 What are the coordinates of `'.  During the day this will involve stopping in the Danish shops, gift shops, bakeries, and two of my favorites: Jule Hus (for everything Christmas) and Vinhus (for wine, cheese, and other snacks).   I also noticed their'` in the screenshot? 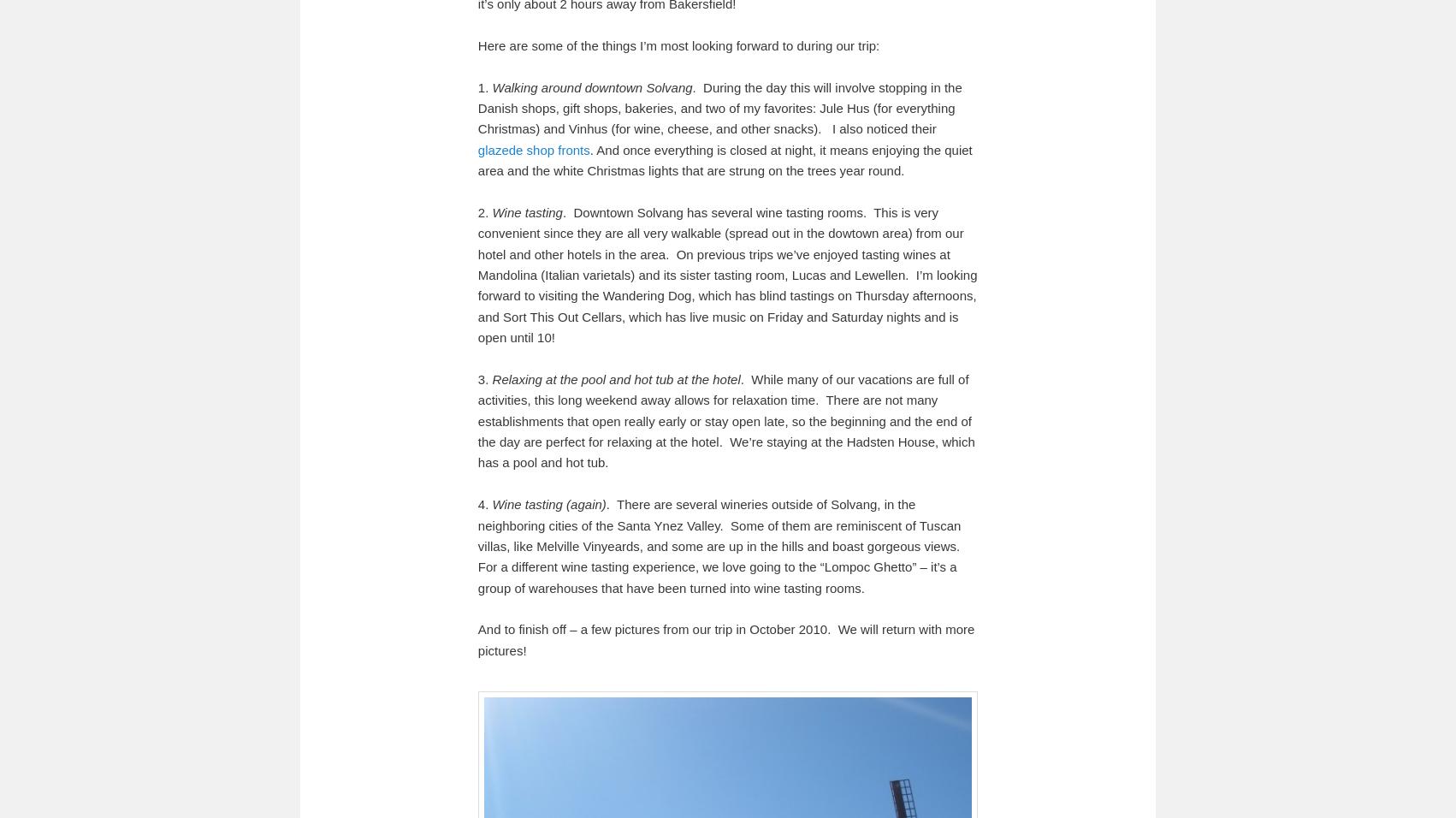 It's located at (476, 108).